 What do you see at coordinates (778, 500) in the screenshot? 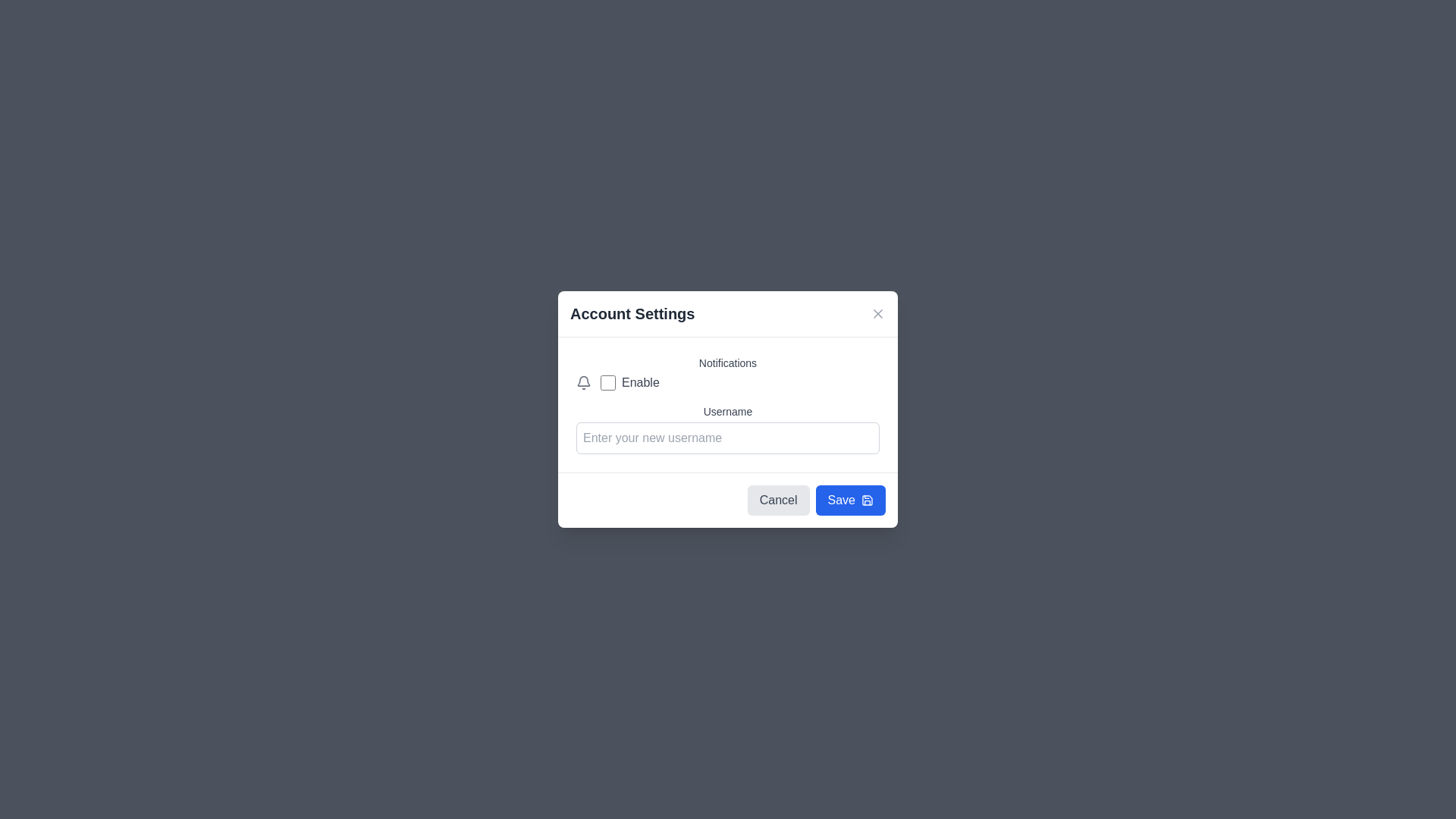
I see `the cancel button located on the bottom-right of the 'Account Settings' modal dialog` at bounding box center [778, 500].